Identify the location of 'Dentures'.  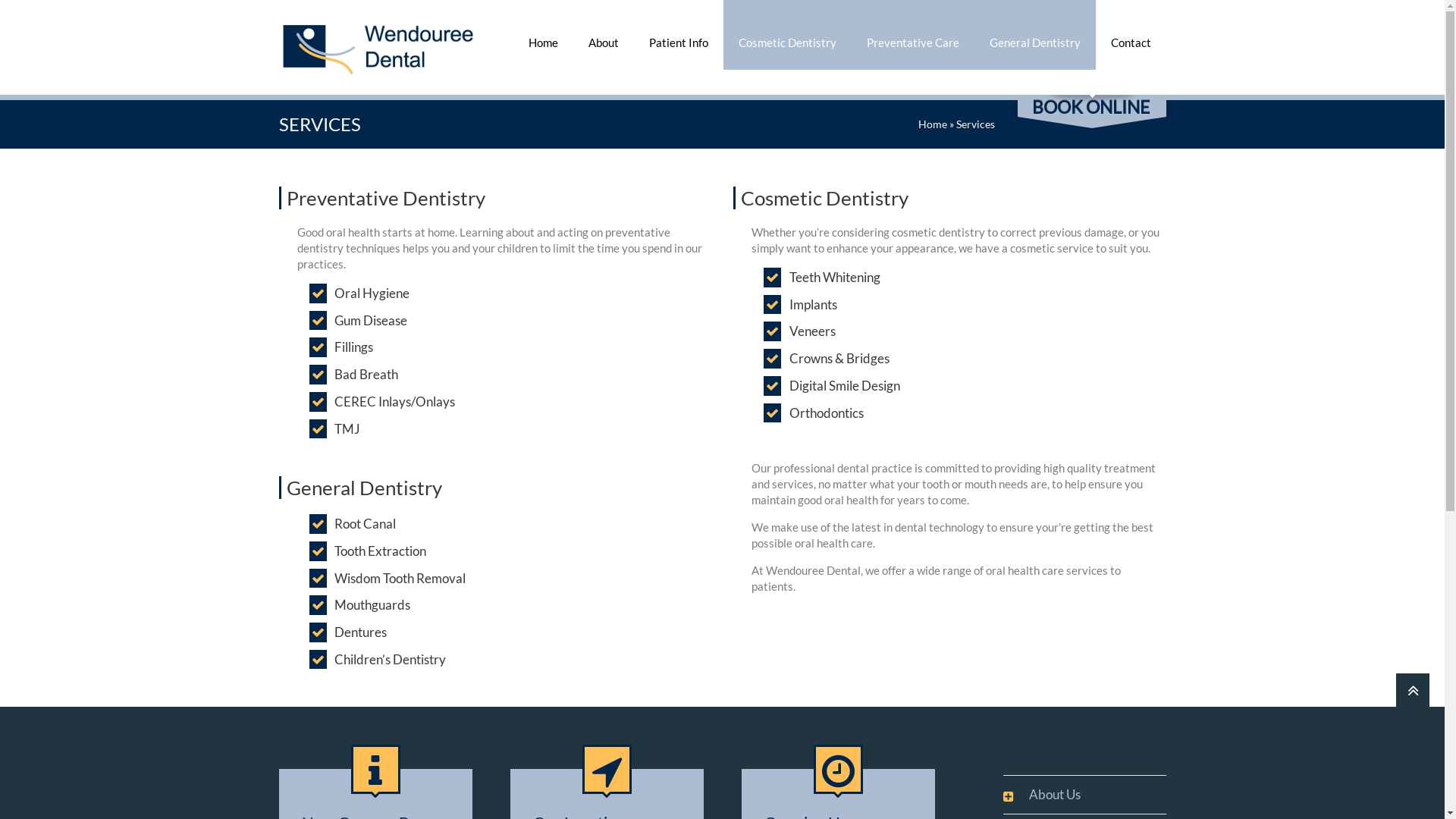
(359, 632).